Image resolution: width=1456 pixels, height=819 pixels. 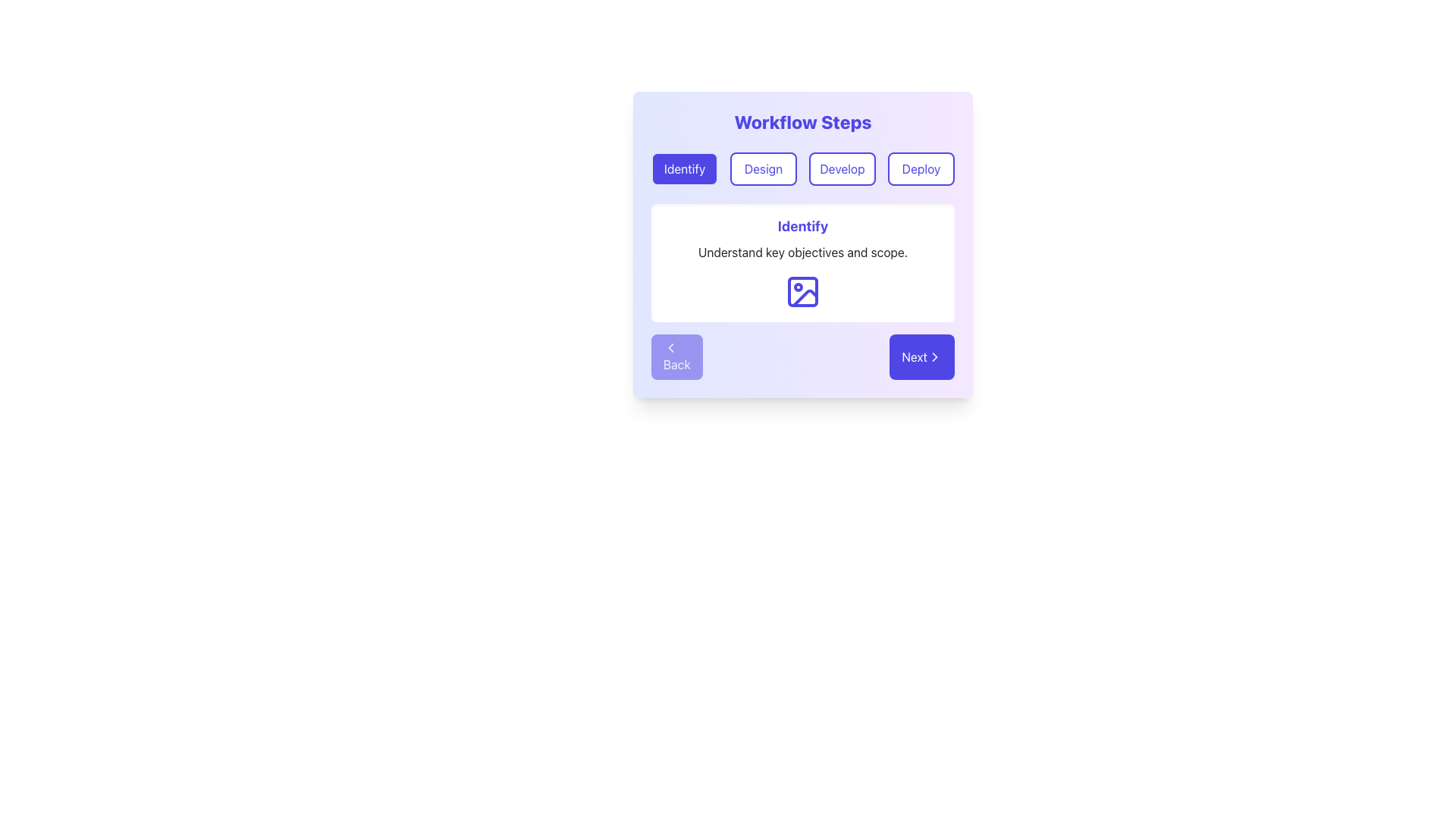 What do you see at coordinates (934, 356) in the screenshot?
I see `the right-pointing chevron icon within the 'Next' button located in the bottom-right corner of the workflow step card` at bounding box center [934, 356].